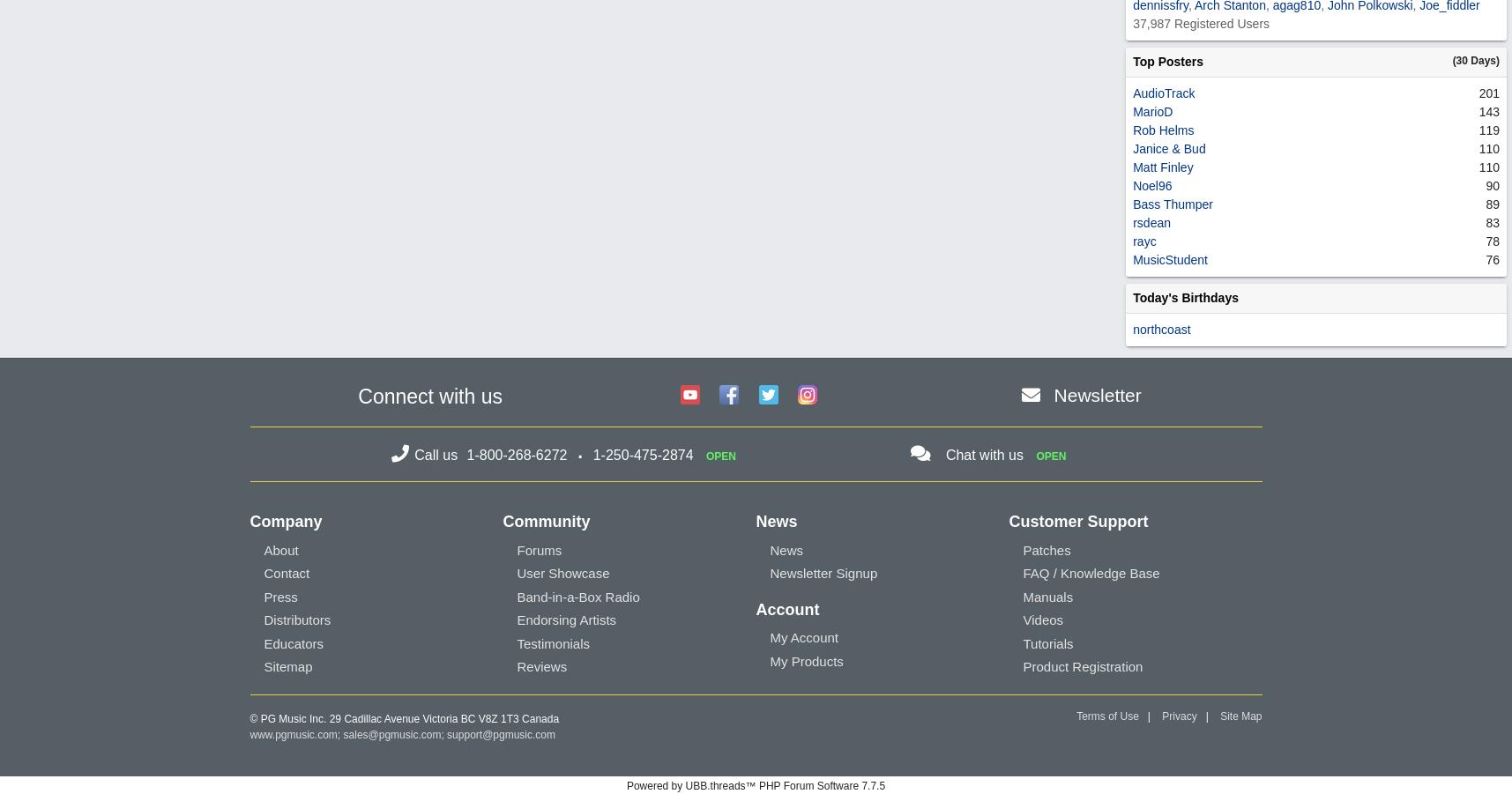 This screenshot has height=794, width=1512. Describe the element at coordinates (769, 636) in the screenshot. I see `'My Account'` at that location.